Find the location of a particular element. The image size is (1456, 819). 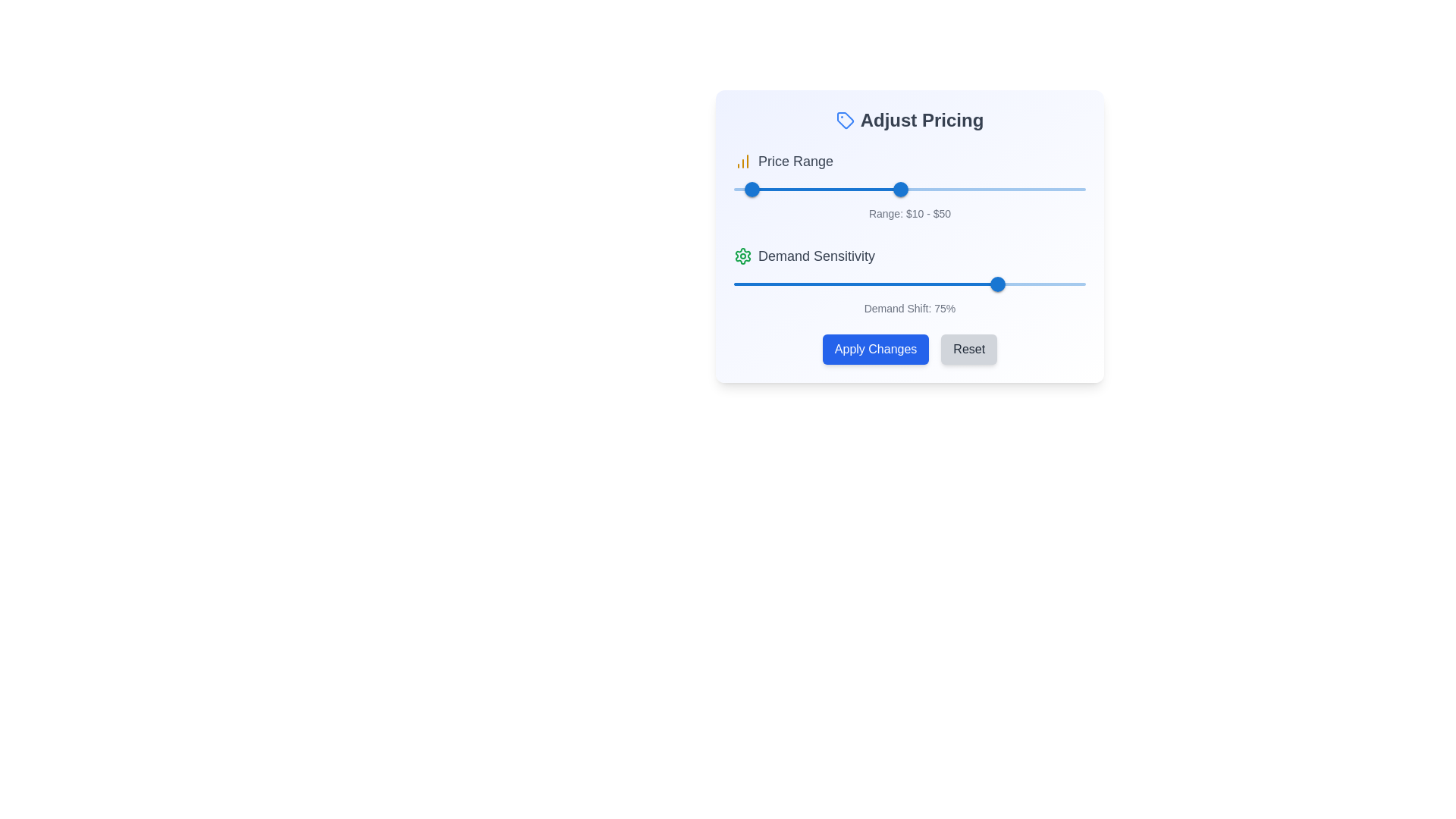

the Slider track element within the 'Price Range' section of the 'Adjust Pricing' card interface, which visually indicates the selected range between the two slider thumbs labeled '10' and '50' is located at coordinates (826, 189).